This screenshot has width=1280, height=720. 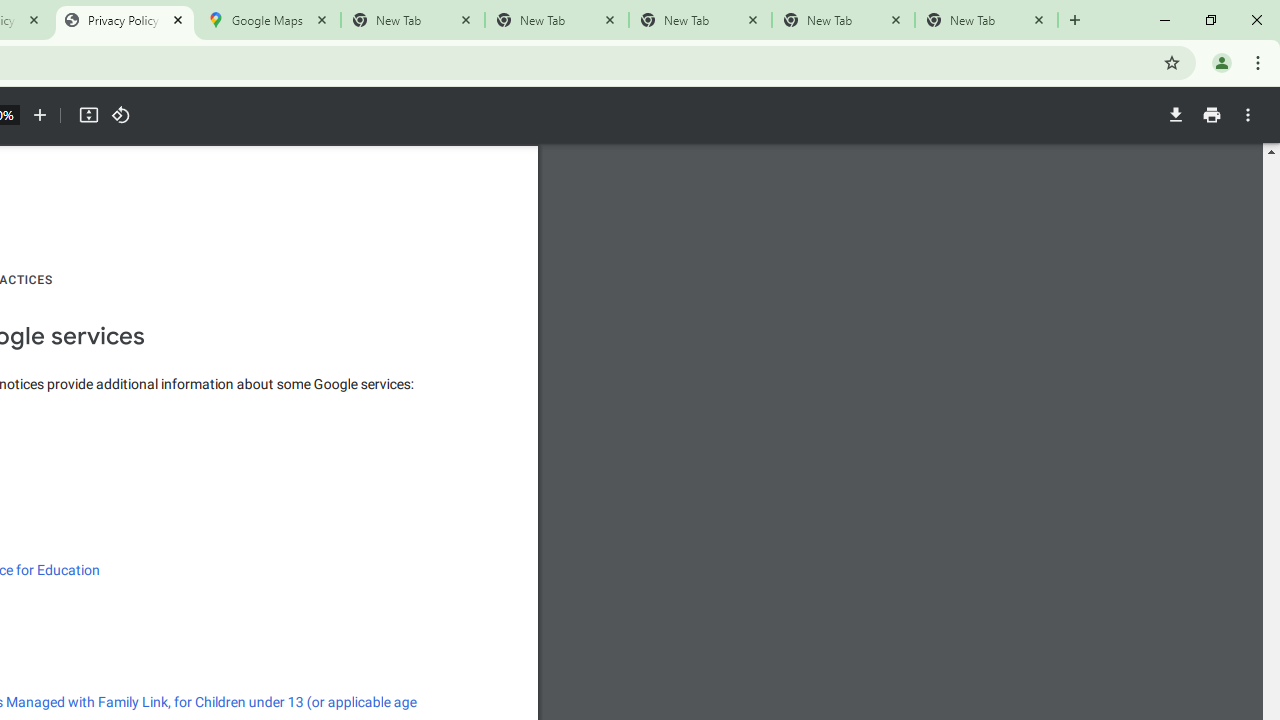 What do you see at coordinates (87, 115) in the screenshot?
I see `'Fit to page'` at bounding box center [87, 115].